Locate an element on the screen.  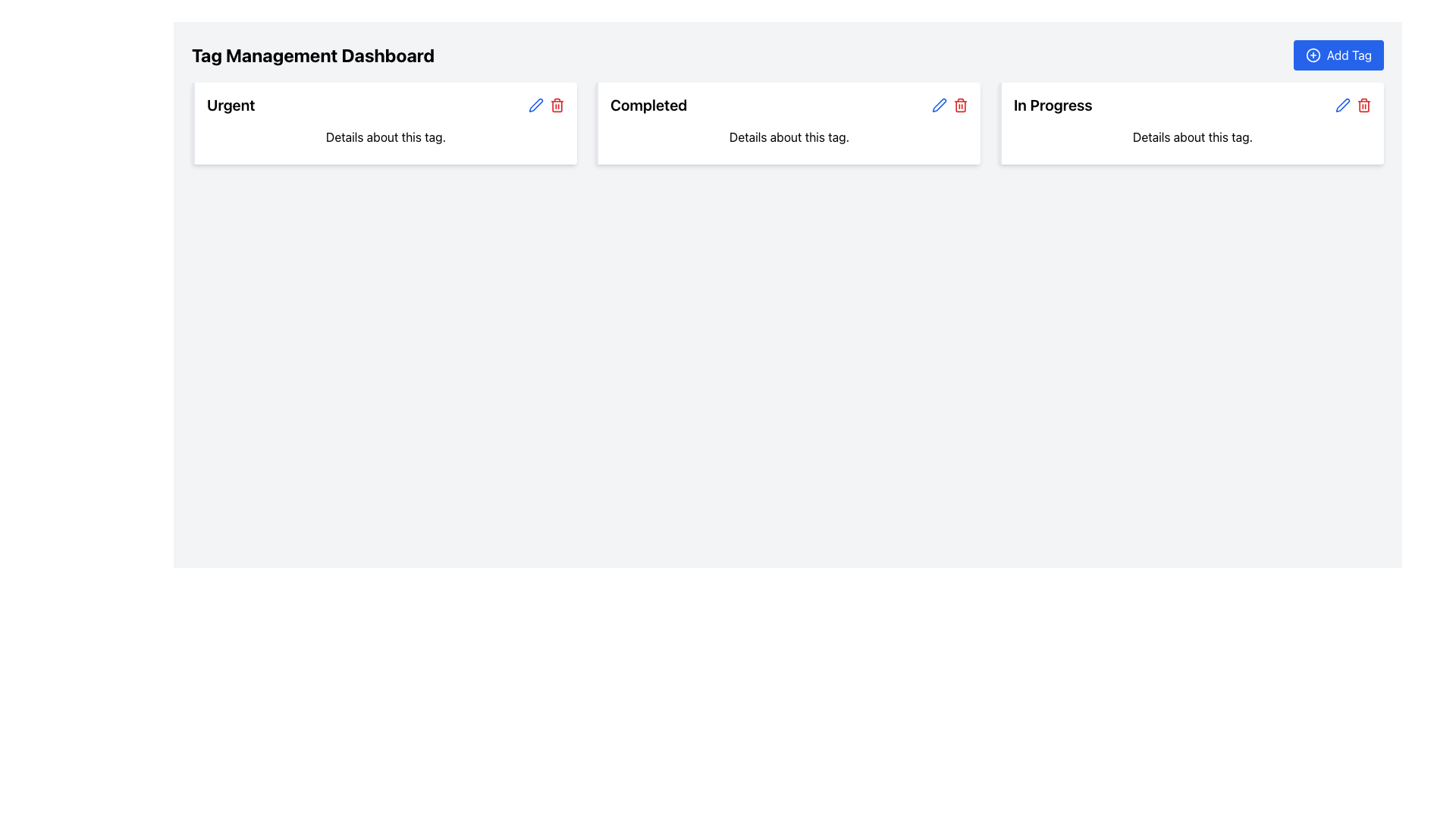
the pen icon button located in the top right corner of the 'In Progress' card in the third column is located at coordinates (1343, 104).